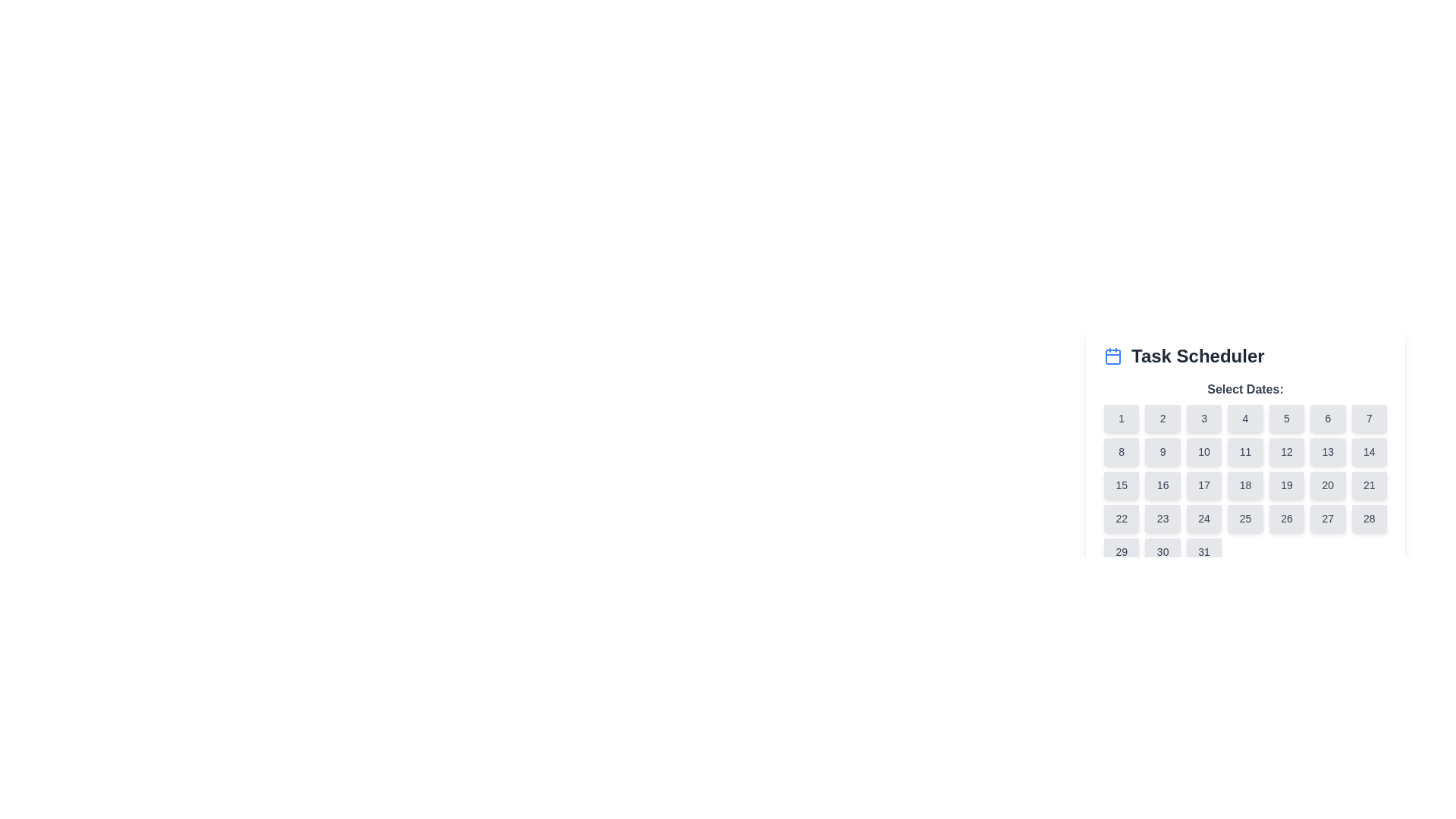 This screenshot has height=819, width=1456. Describe the element at coordinates (1245, 472) in the screenshot. I see `the date button on the calendar grid located under the title 'Select Dates:' in the task scheduling interface` at that location.